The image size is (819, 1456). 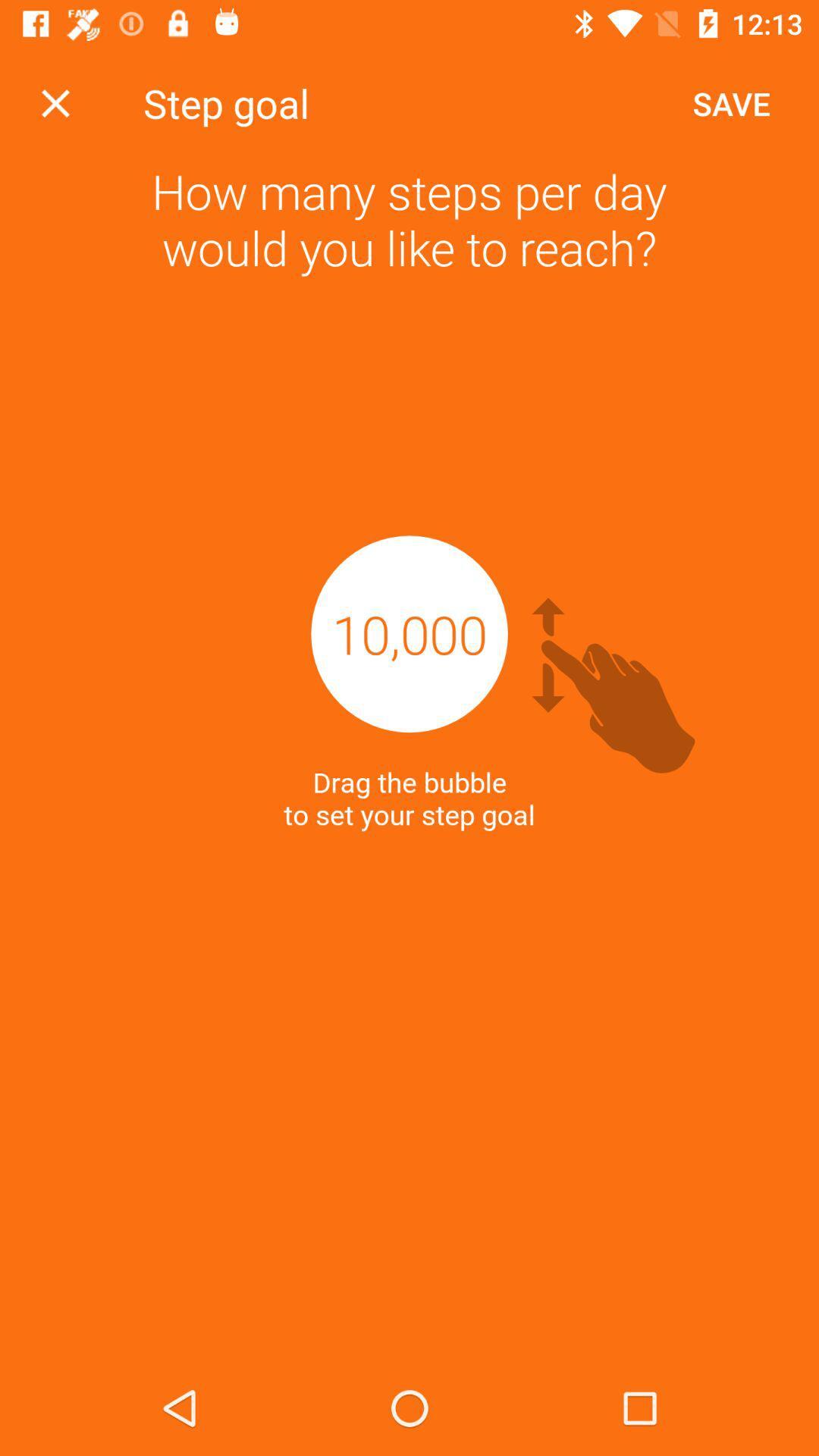 I want to click on app above how many steps icon, so click(x=730, y=102).